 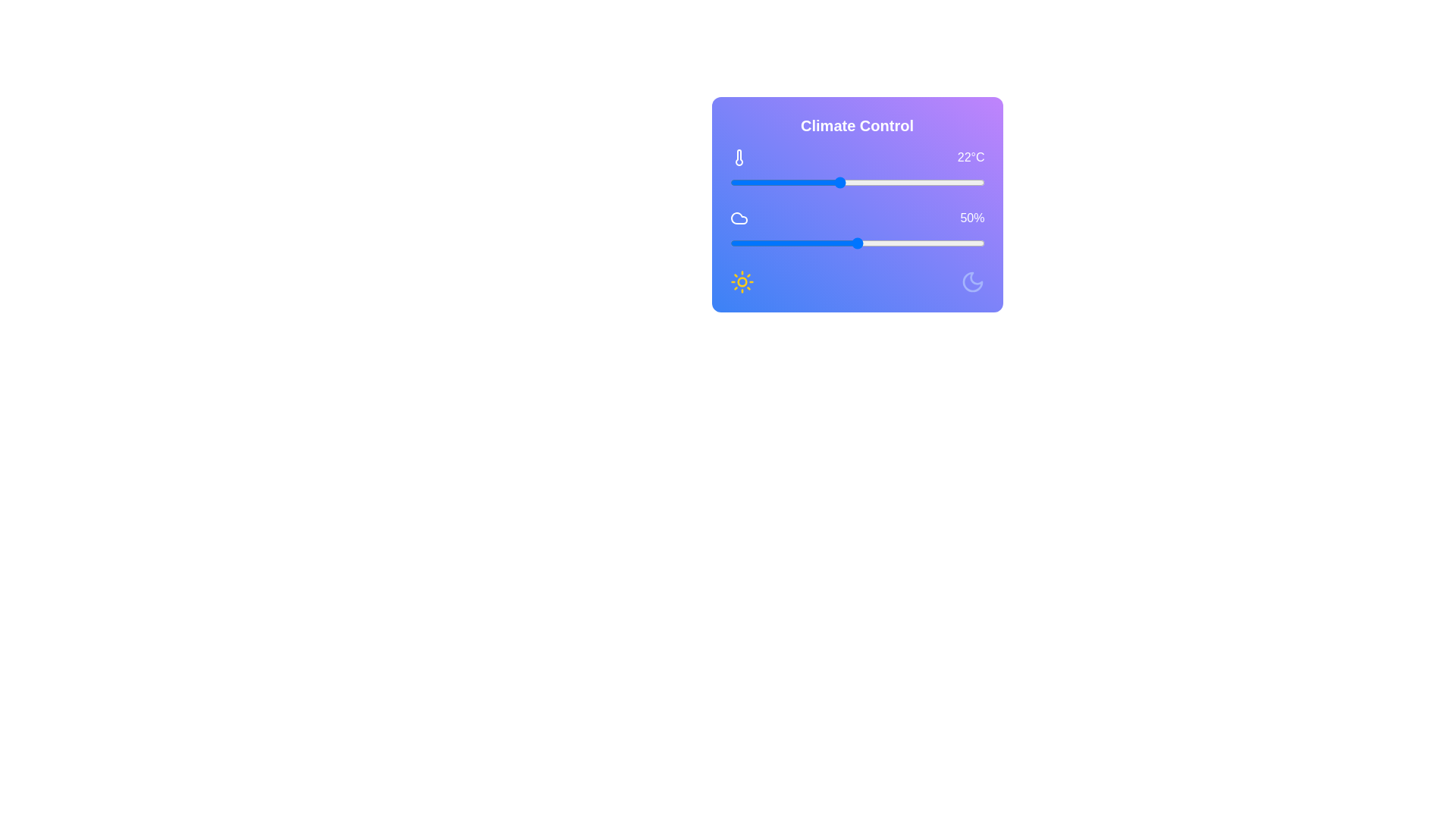 I want to click on the slider, so click(x=937, y=242).